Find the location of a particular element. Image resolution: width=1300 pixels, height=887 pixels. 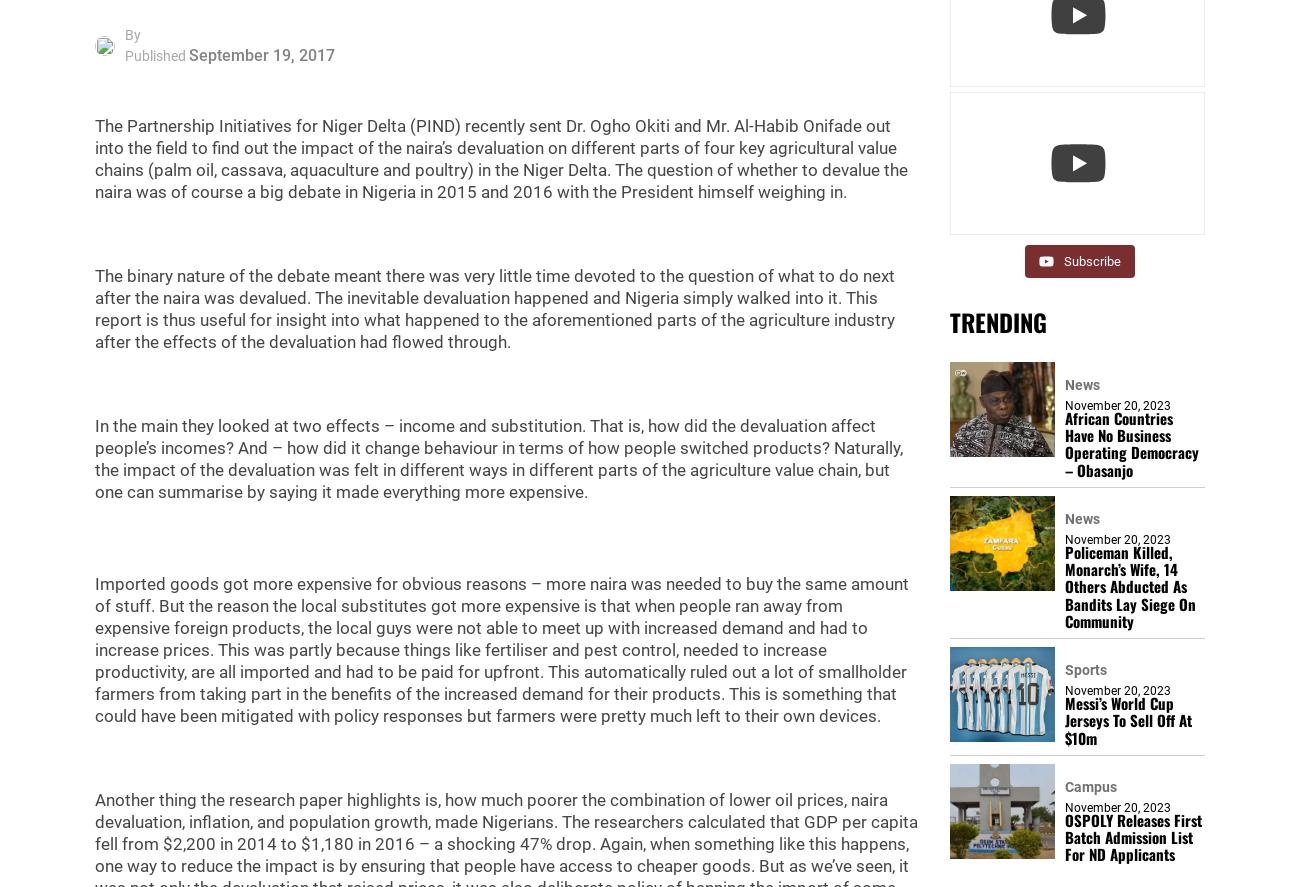

'OSPOLY Releases First Batch Admission List For ND Applicants' is located at coordinates (1132, 836).